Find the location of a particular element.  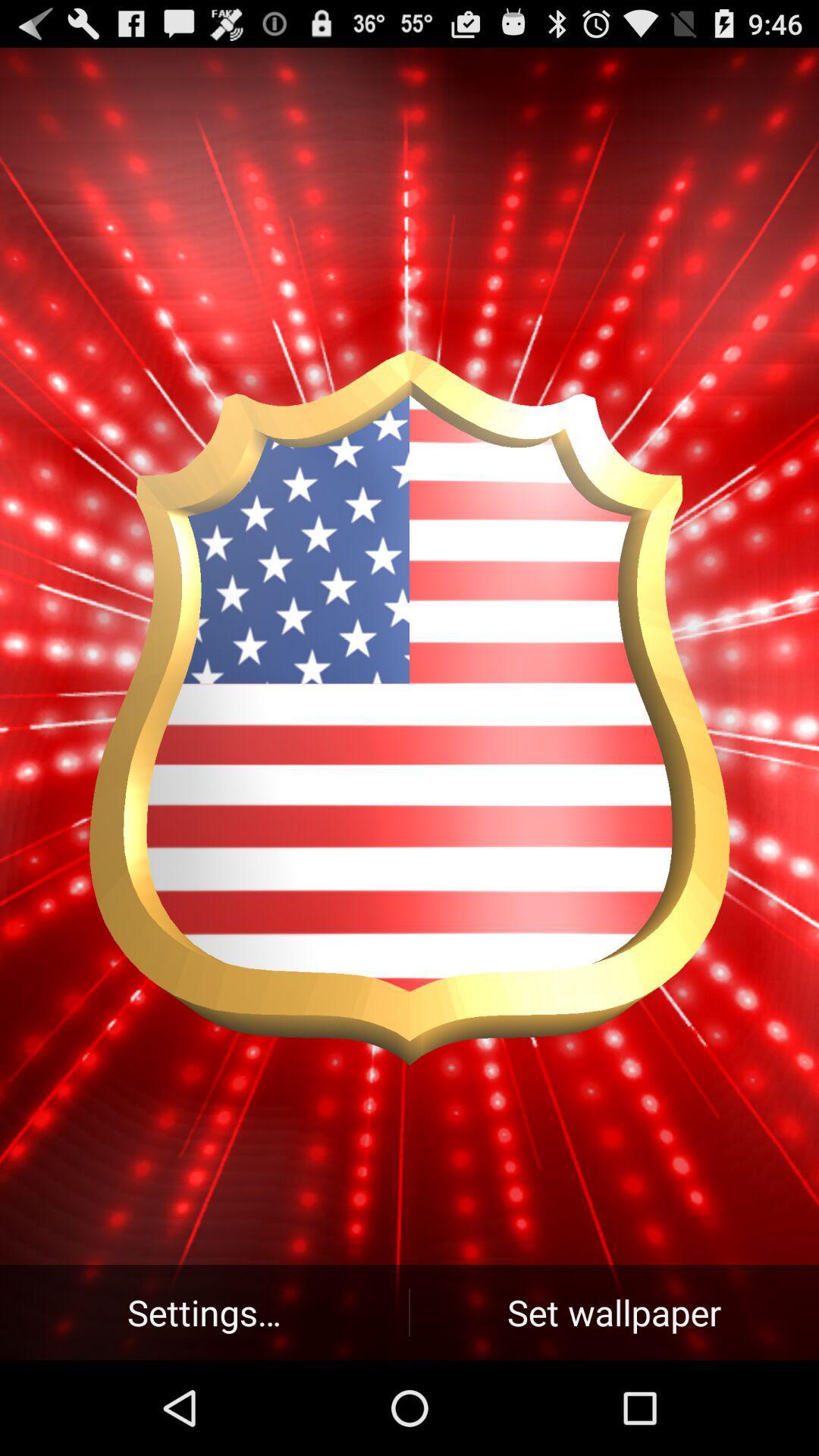

the button to the left of the set wallpaper icon is located at coordinates (203, 1312).